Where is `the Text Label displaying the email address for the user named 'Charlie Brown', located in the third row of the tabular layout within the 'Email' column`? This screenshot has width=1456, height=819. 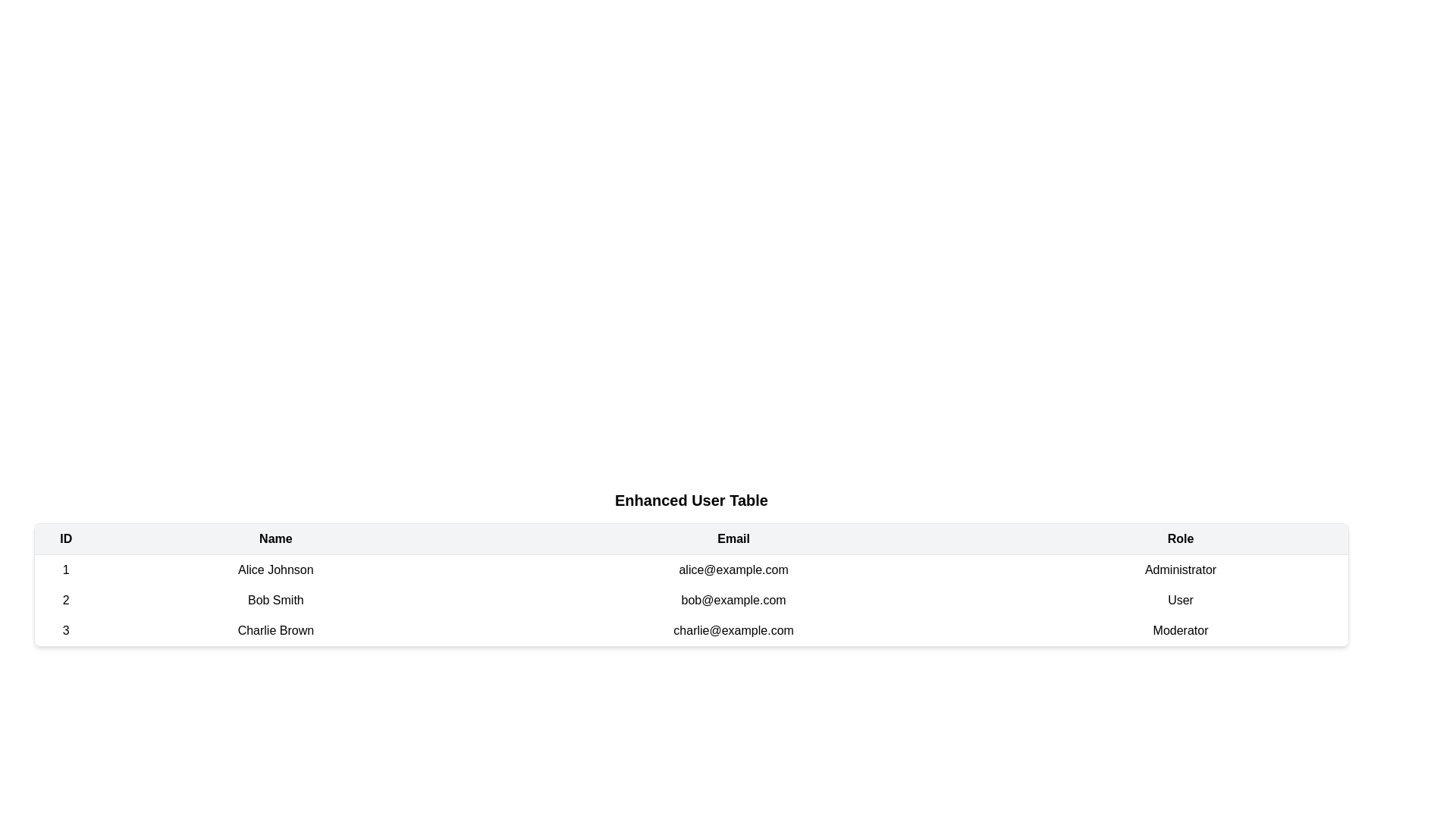
the Text Label displaying the email address for the user named 'Charlie Brown', located in the third row of the tabular layout within the 'Email' column is located at coordinates (733, 631).